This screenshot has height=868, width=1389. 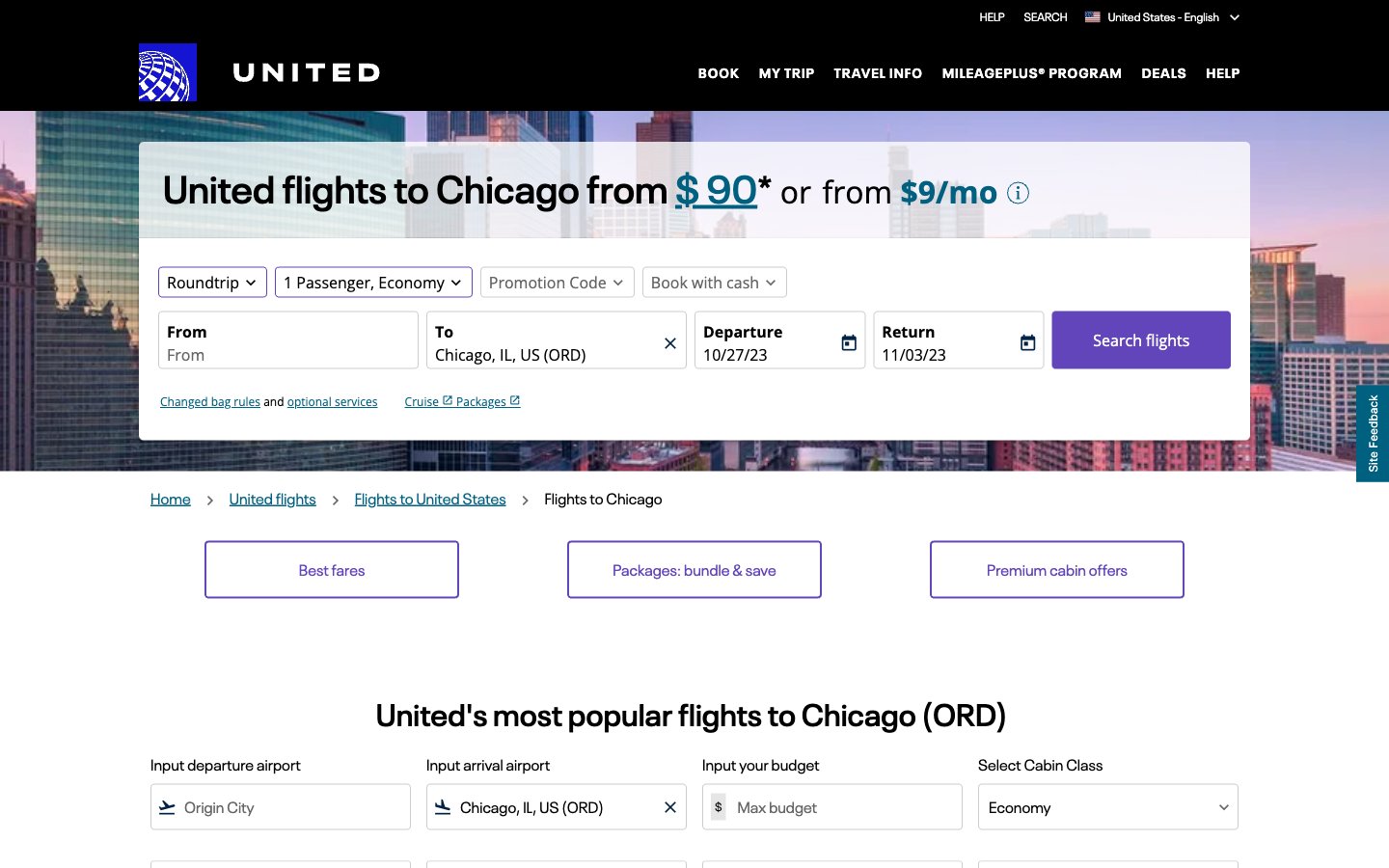 I want to click on Alter the initial location to Taipei and set the ultimate destination as United States, so click(x=286, y=355).